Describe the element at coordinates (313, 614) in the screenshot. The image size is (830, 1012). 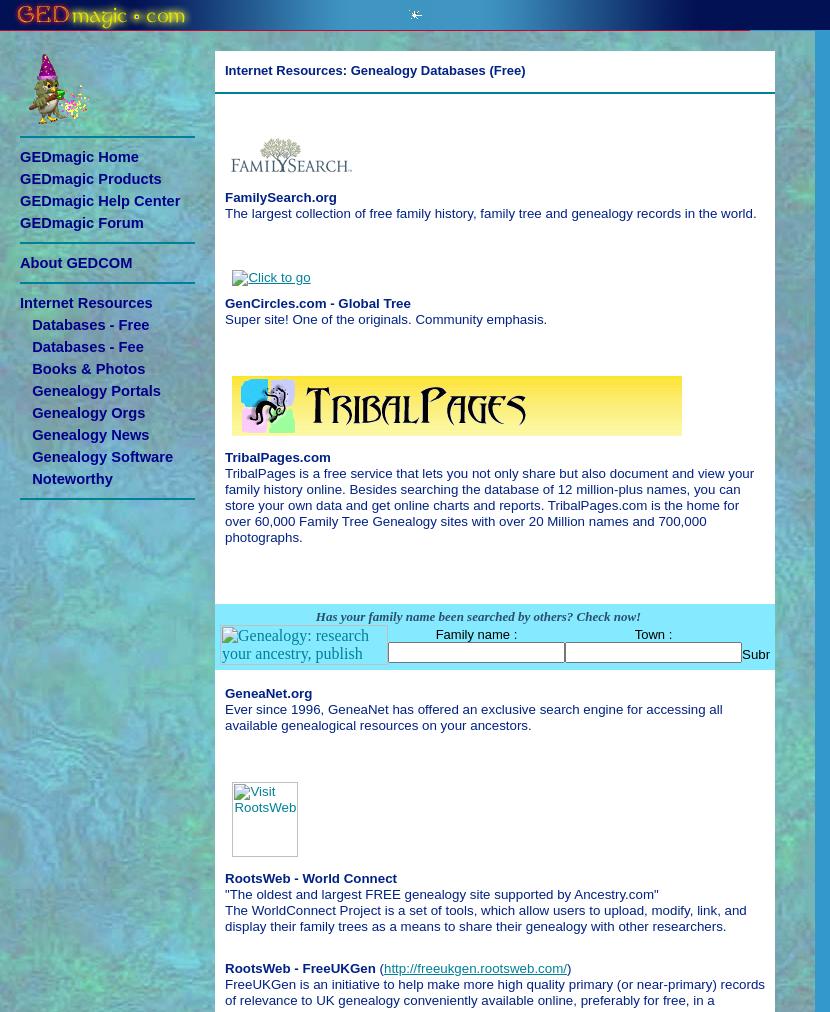
I see `'Has your family name been searched by others?  Check now!'` at that location.